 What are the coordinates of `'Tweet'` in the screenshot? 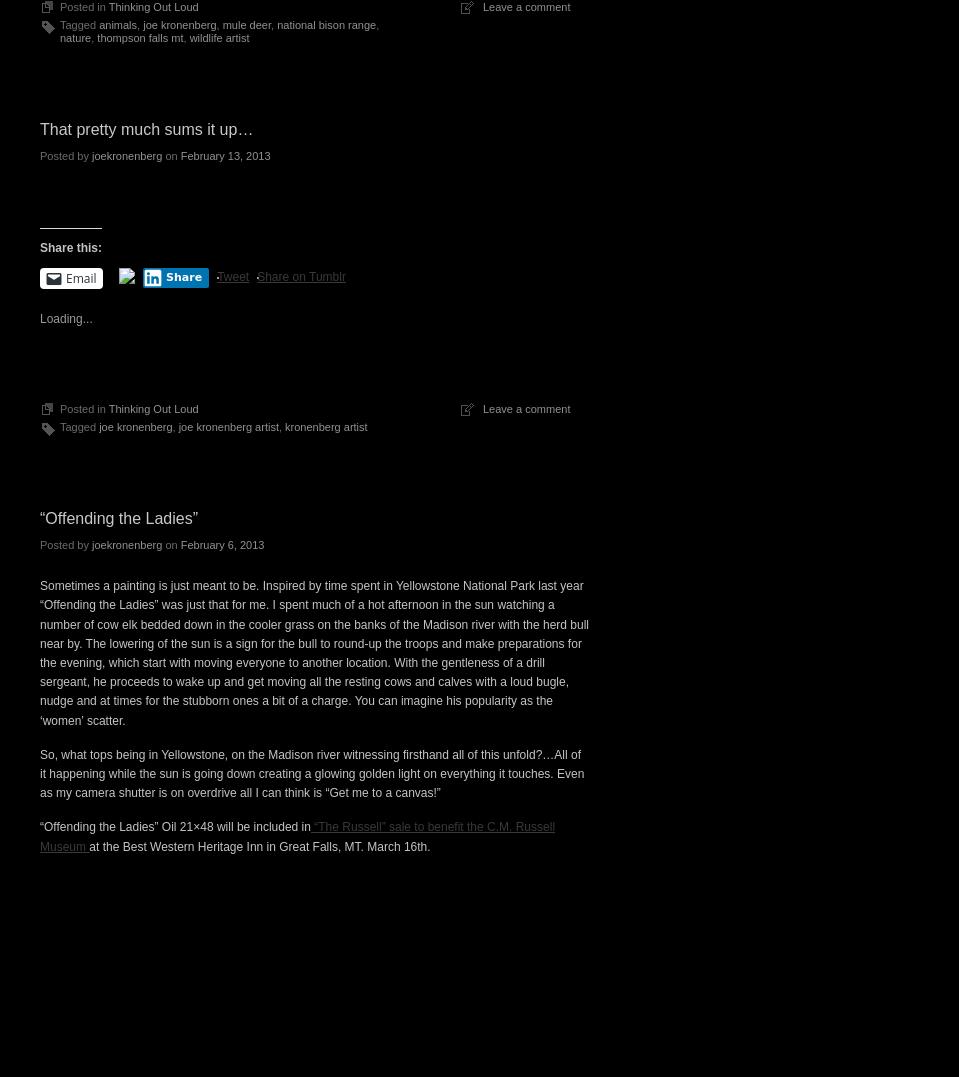 It's located at (217, 275).